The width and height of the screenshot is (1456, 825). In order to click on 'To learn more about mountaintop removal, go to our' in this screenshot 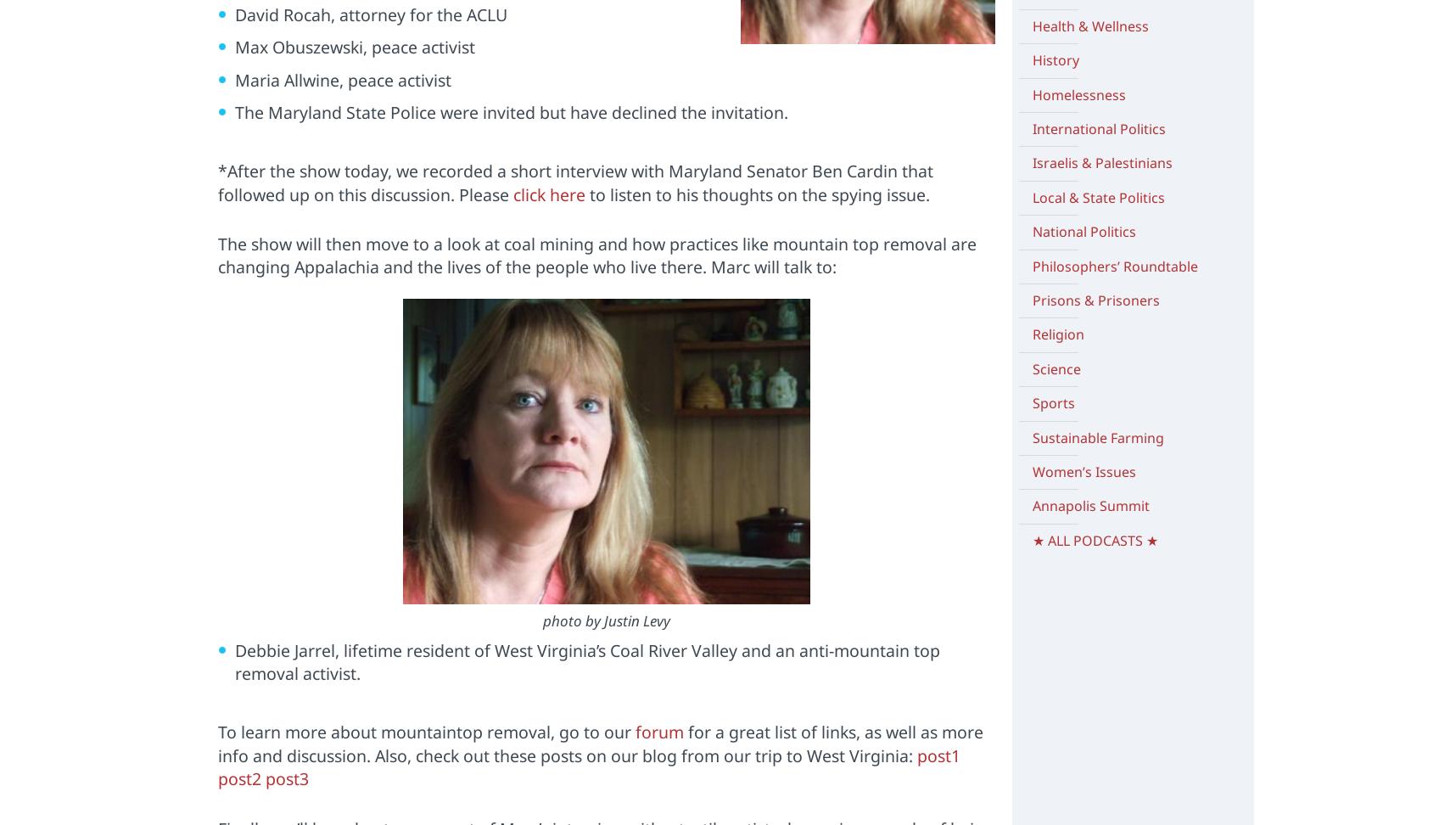, I will do `click(425, 732)`.